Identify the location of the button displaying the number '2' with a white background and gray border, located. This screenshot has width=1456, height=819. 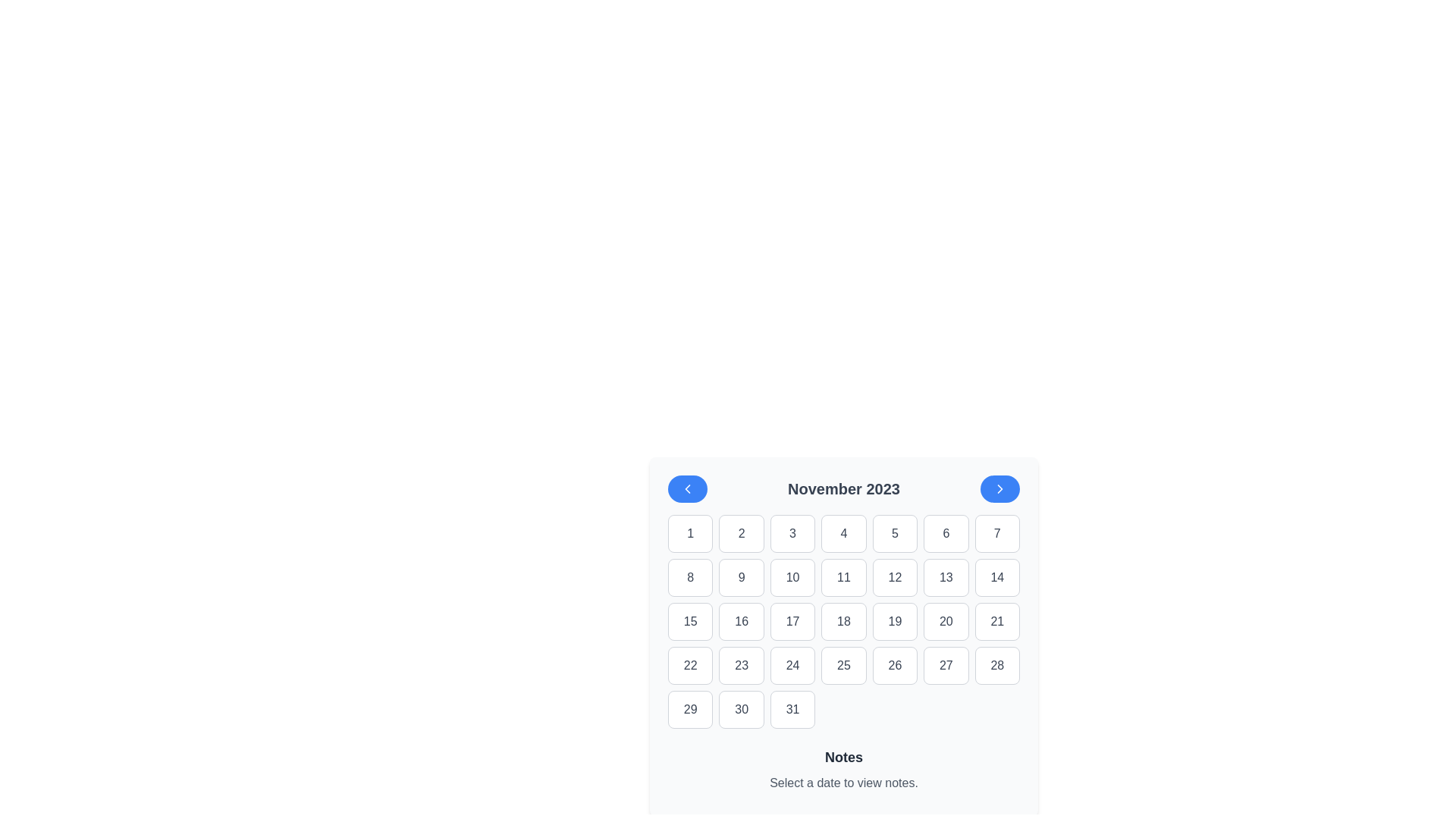
(742, 533).